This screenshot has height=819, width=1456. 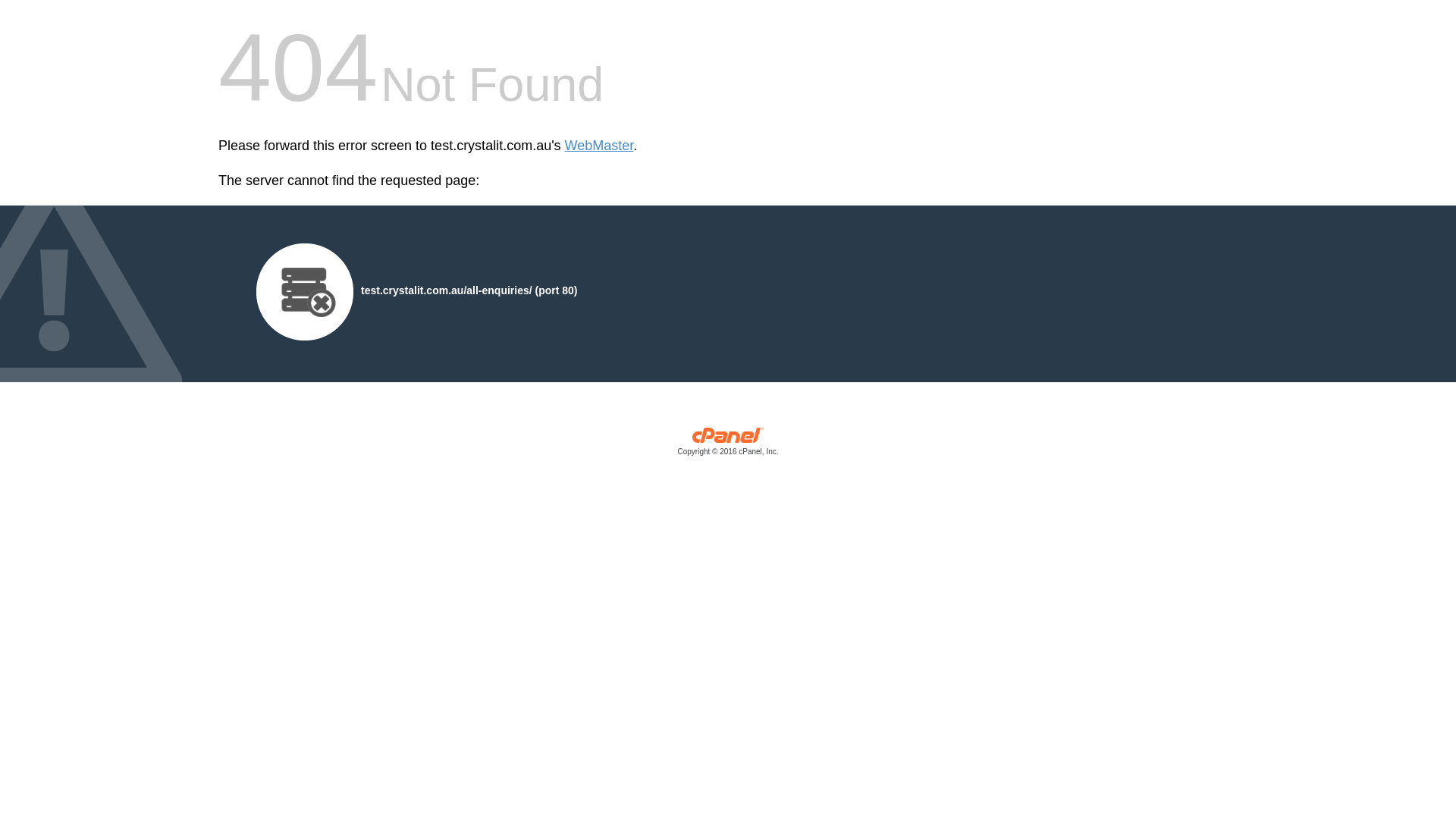 I want to click on 'WebMaster', so click(x=598, y=146).